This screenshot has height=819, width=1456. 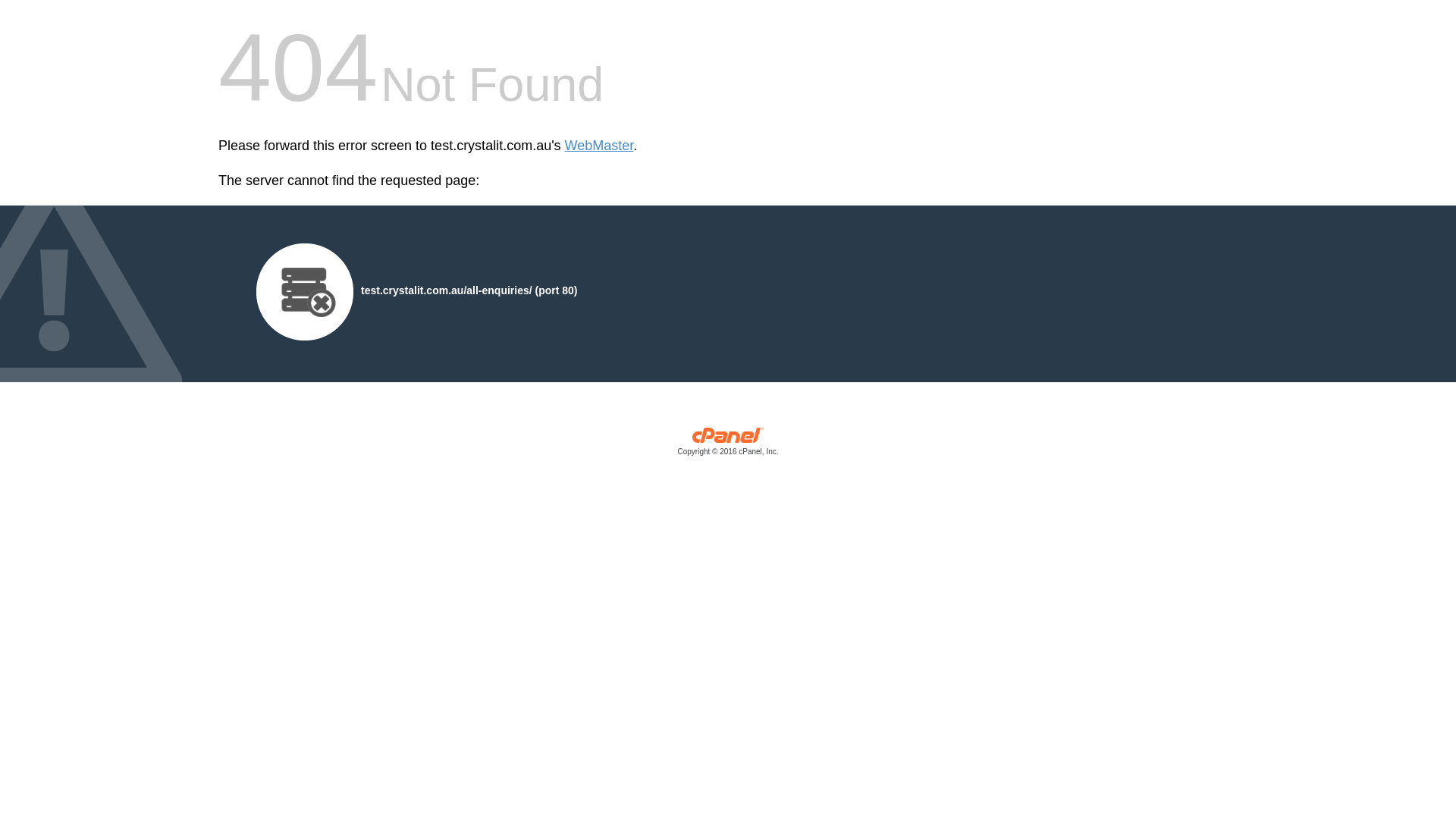 I want to click on 'WebMaster', so click(x=598, y=146).